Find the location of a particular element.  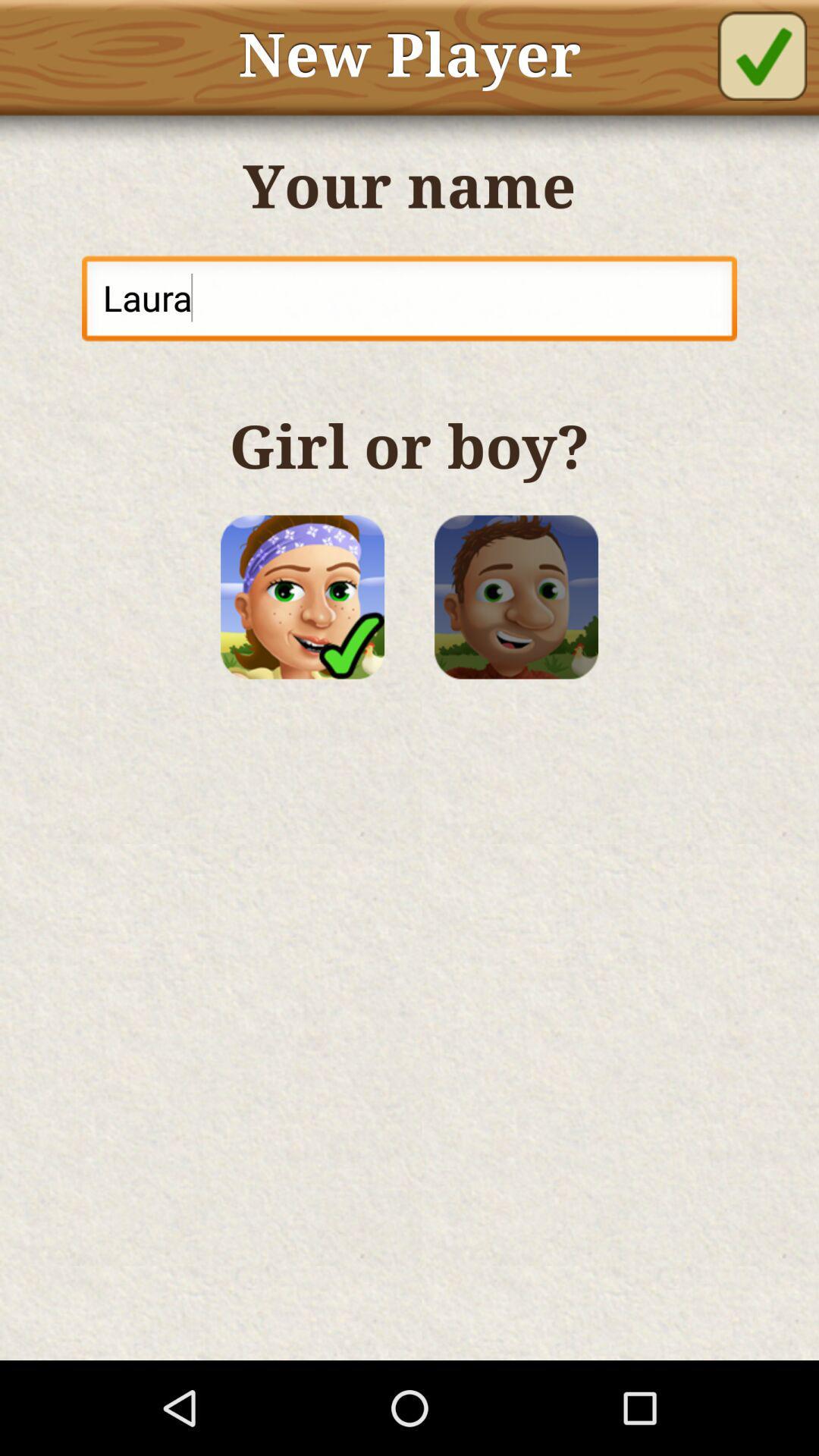

new player is located at coordinates (762, 55).